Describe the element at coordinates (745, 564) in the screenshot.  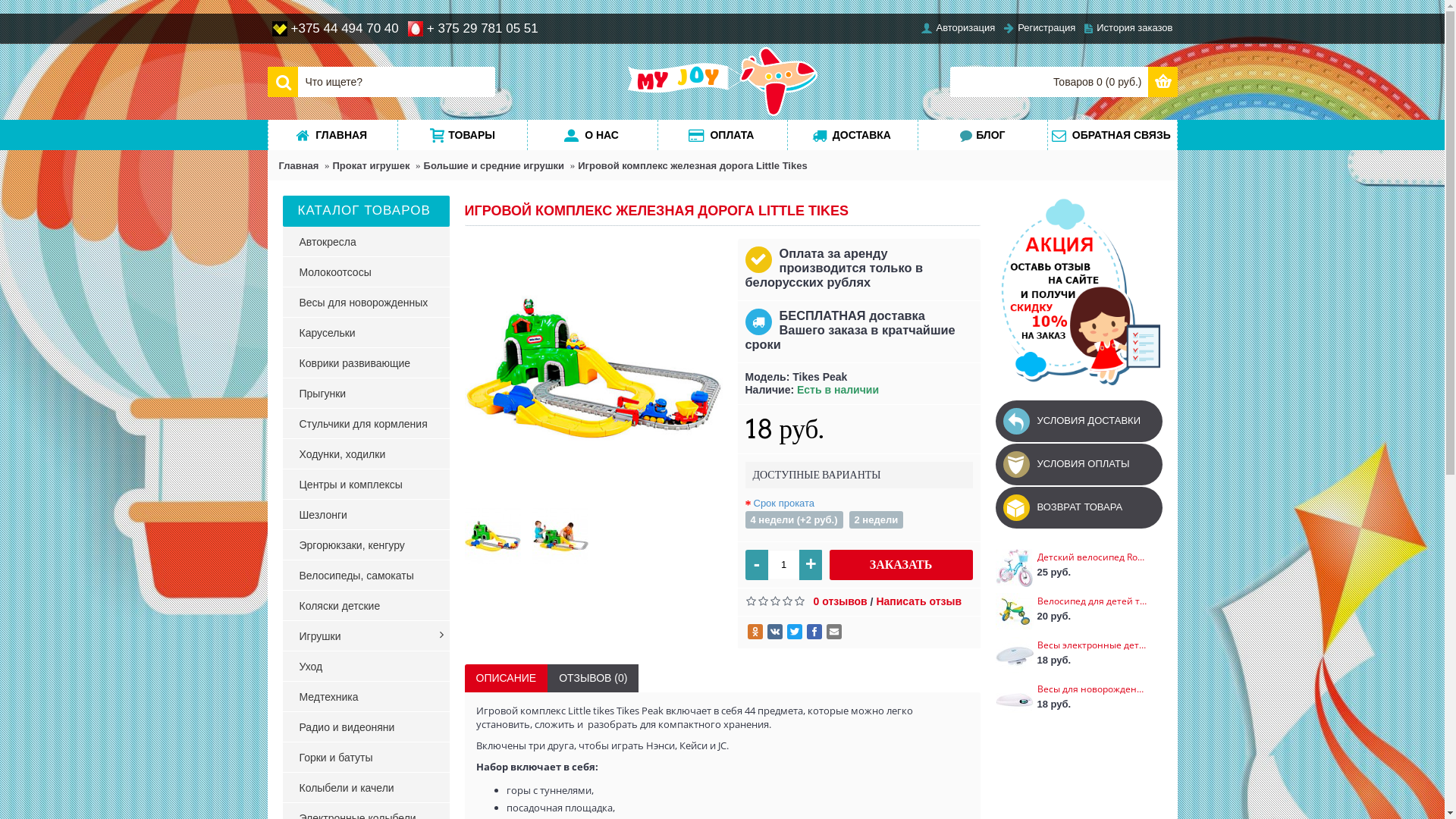
I see `'-'` at that location.